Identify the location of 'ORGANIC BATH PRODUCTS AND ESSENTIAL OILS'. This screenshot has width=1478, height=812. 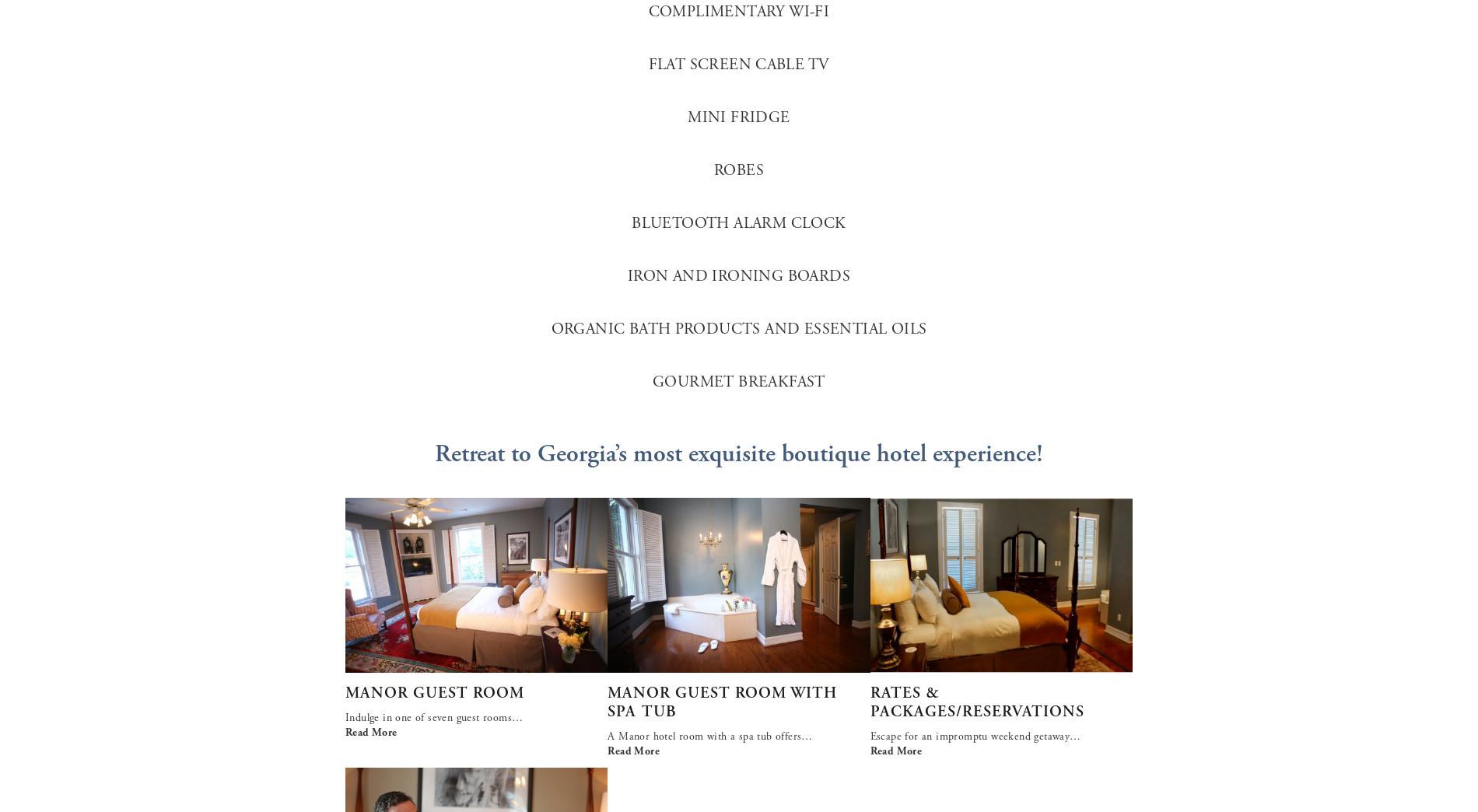
(737, 328).